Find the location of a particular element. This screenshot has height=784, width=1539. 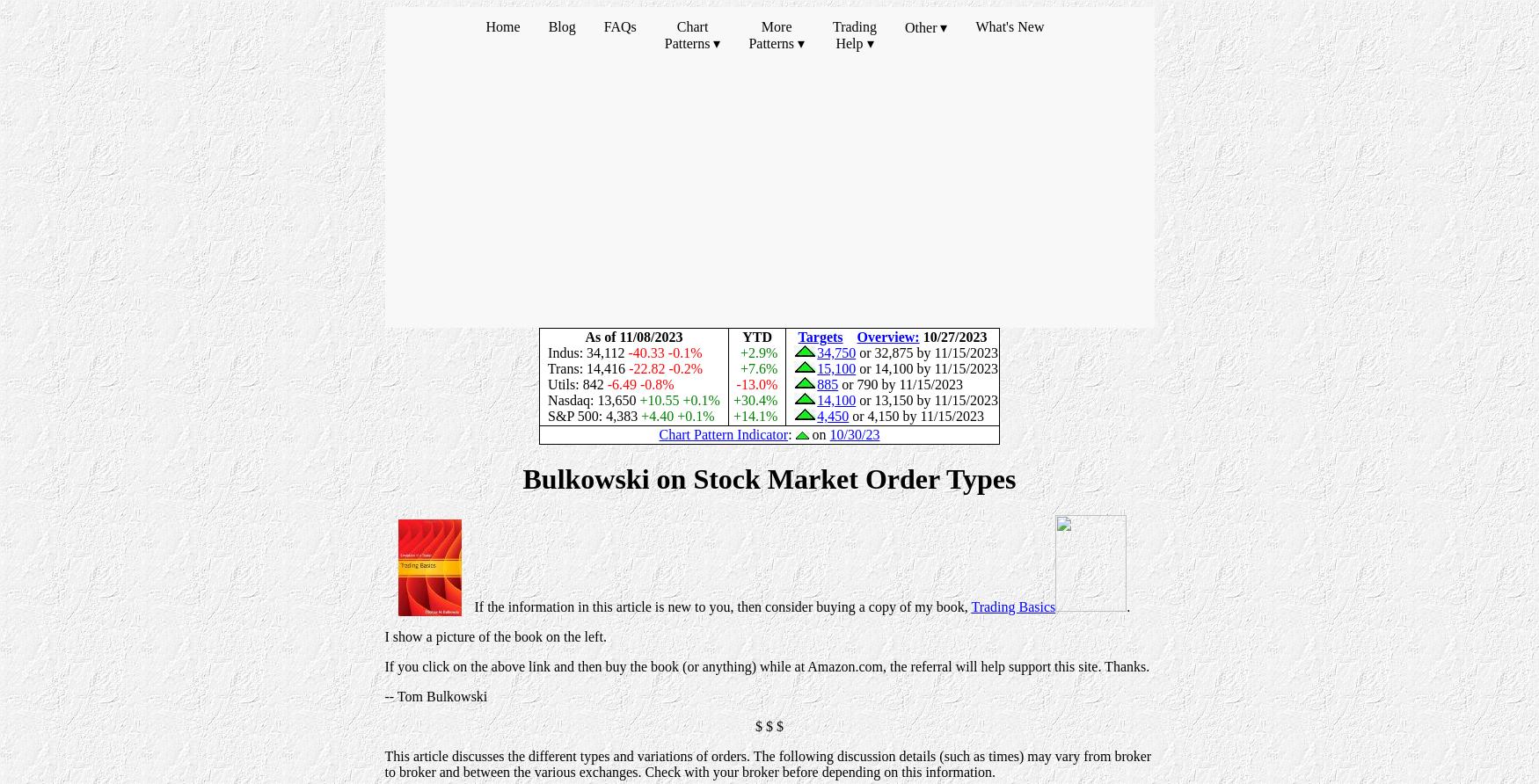

'Chart' is located at coordinates (690, 26).